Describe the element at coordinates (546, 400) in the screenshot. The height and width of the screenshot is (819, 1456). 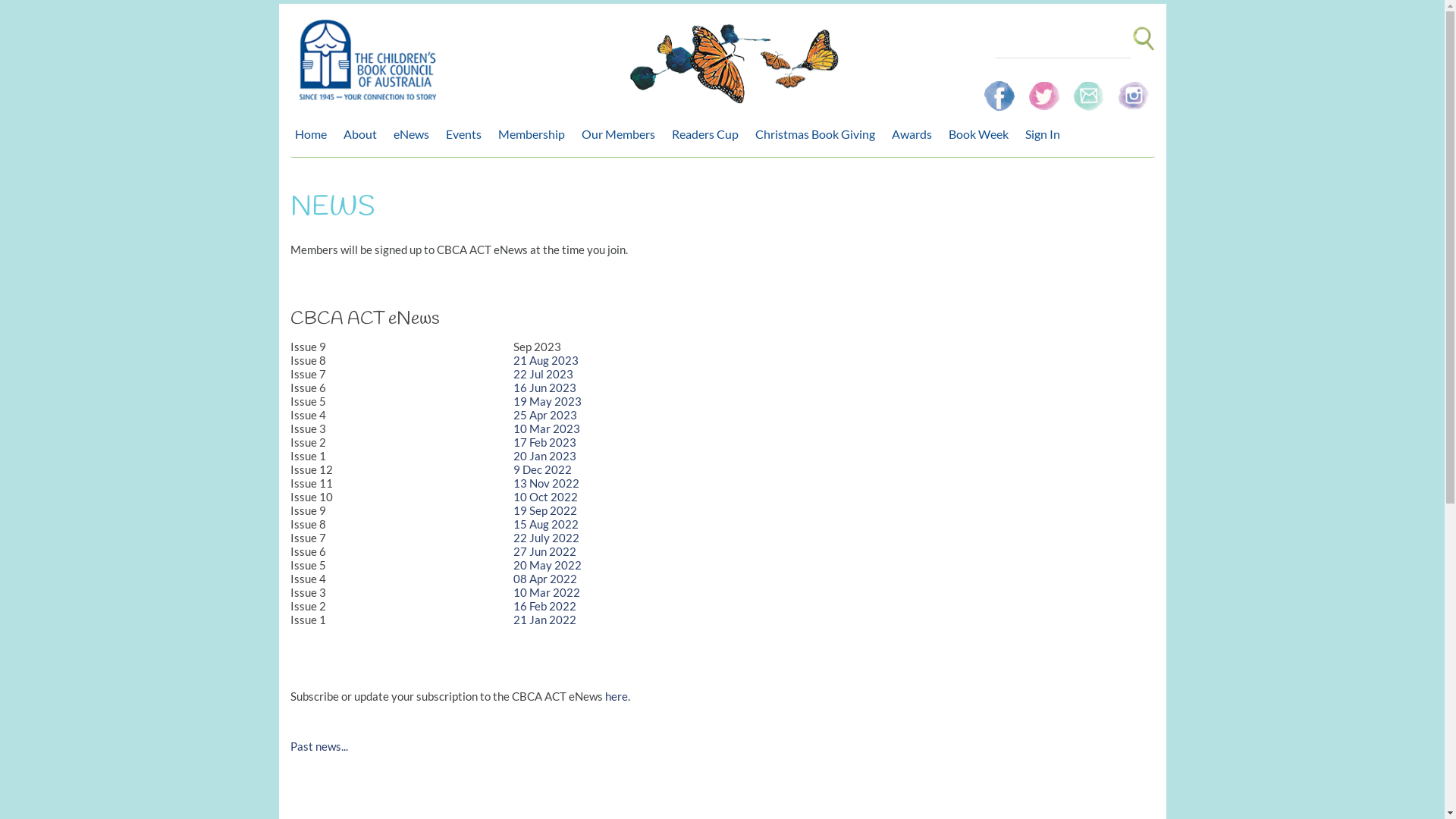
I see `'19 May 2023'` at that location.